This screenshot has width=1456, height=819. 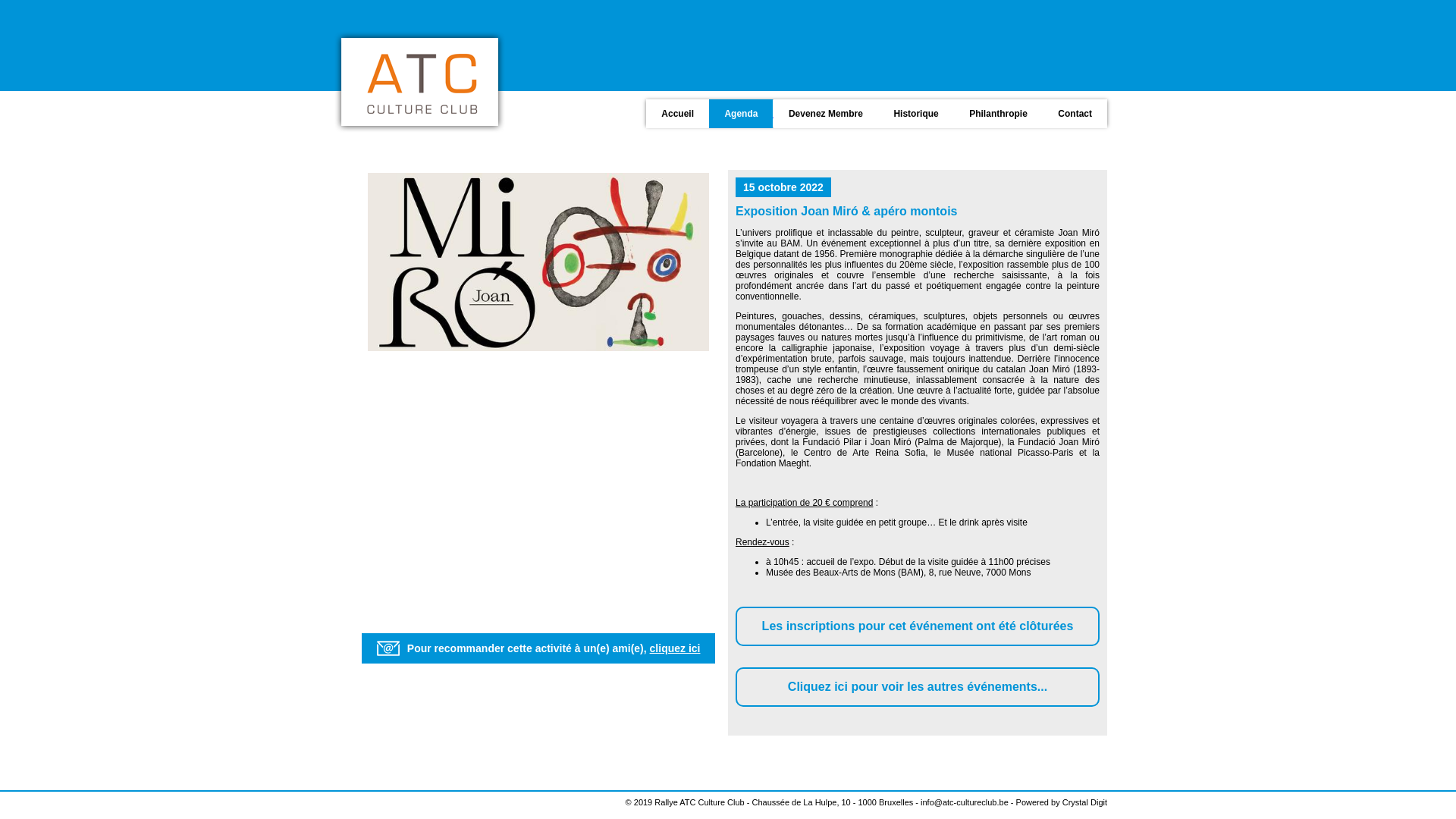 I want to click on 'Accueil', so click(x=645, y=111).